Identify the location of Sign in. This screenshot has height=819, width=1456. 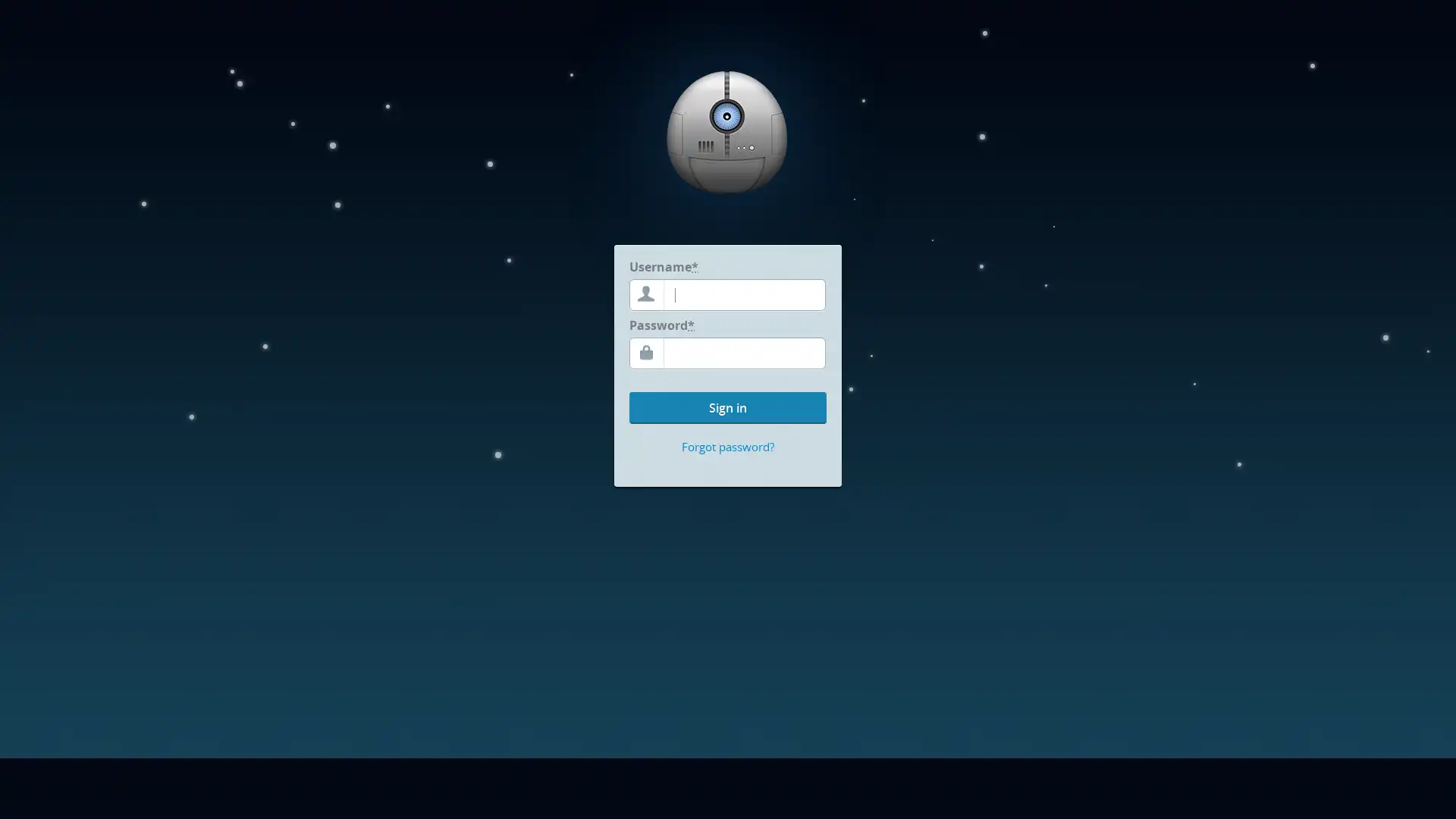
(728, 406).